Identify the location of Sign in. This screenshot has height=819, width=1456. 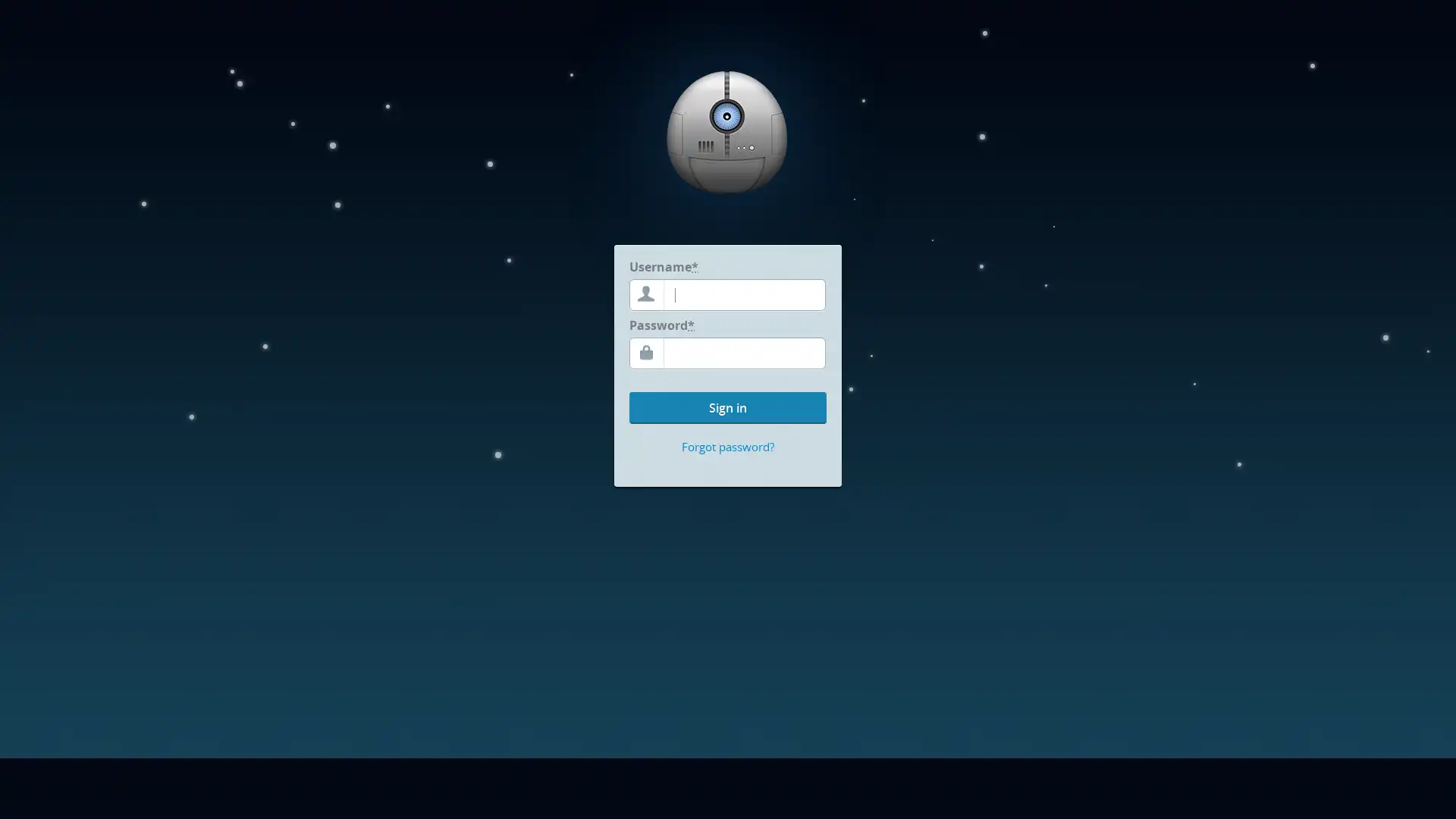
(728, 406).